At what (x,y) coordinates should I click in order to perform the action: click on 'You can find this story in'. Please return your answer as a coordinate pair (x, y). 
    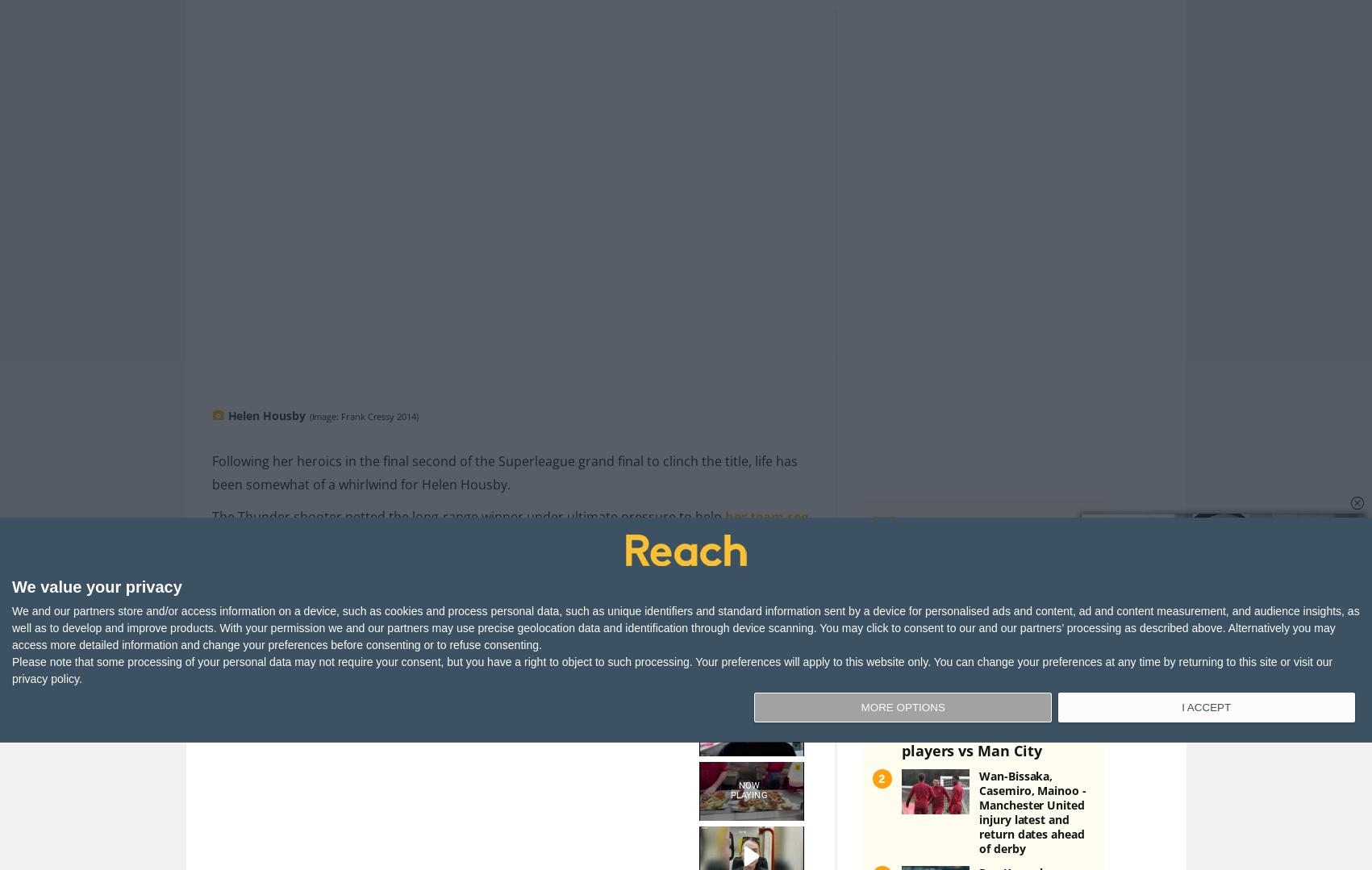
    Looking at the image, I should click on (635, 656).